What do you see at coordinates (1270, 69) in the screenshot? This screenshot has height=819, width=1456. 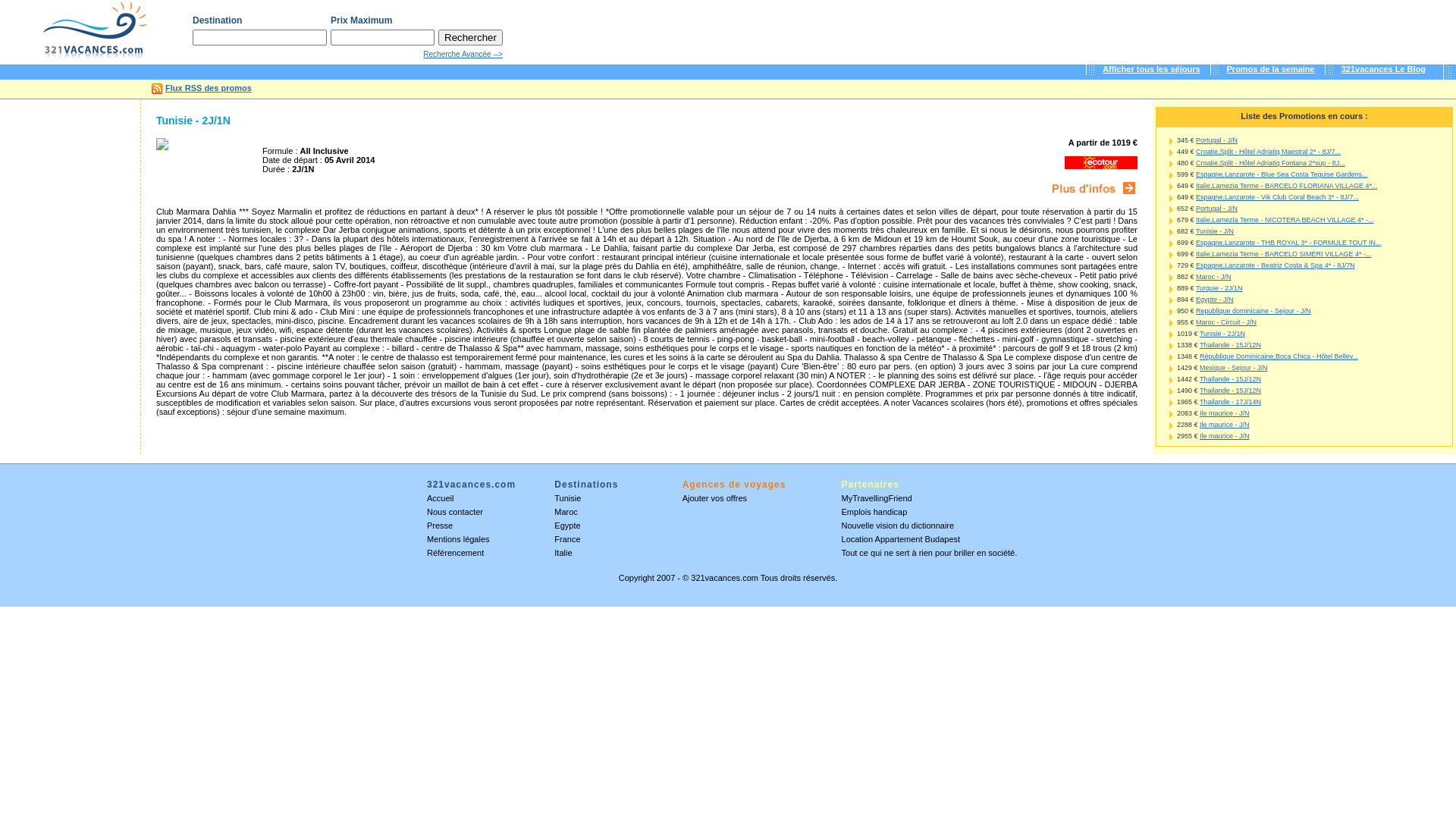 I see `'Promos de la semaine'` at bounding box center [1270, 69].